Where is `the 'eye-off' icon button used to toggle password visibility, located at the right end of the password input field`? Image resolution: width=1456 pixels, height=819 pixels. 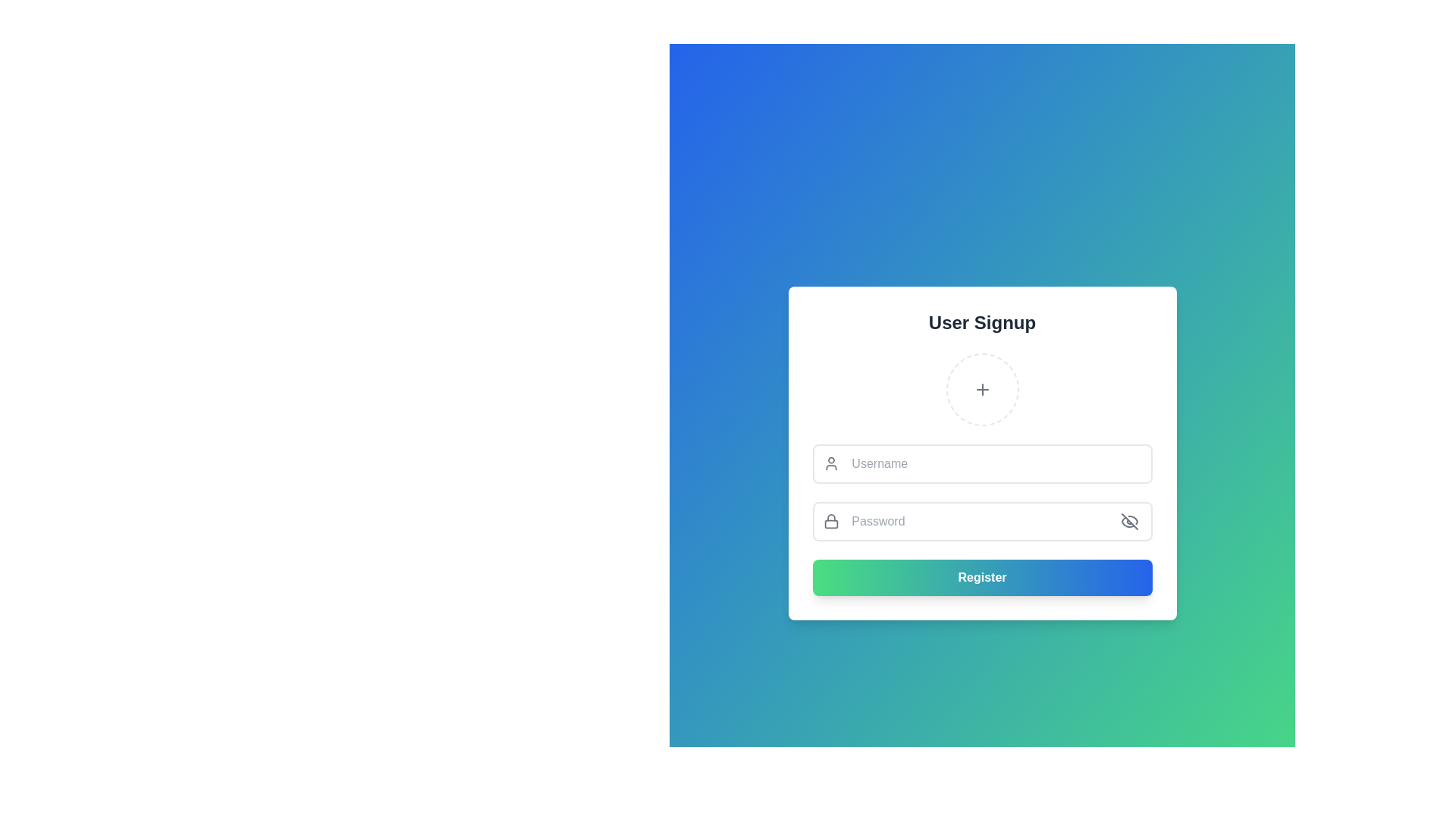 the 'eye-off' icon button used to toggle password visibility, located at the right end of the password input field is located at coordinates (1129, 520).